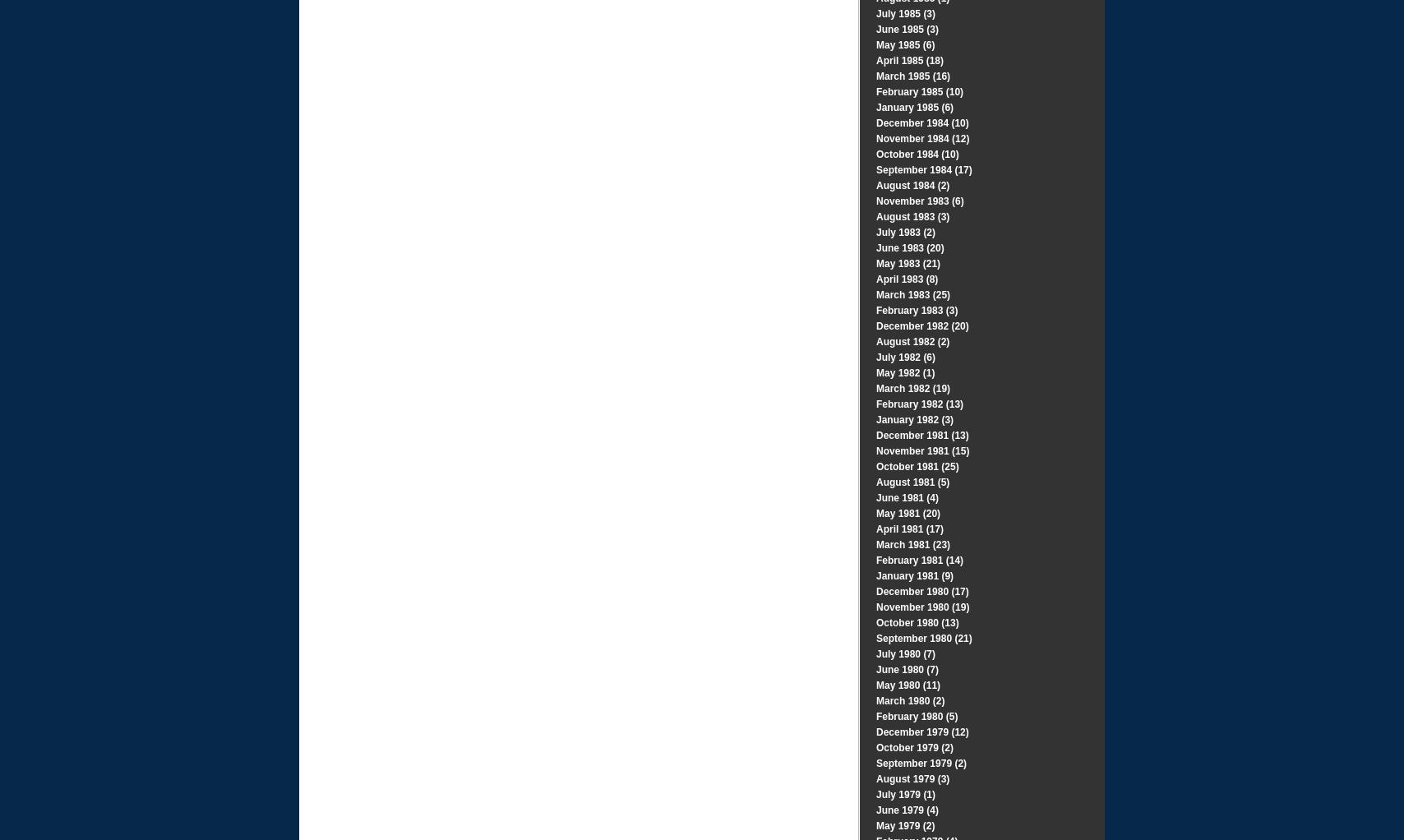 The width and height of the screenshot is (1404, 840). I want to click on 'August 1983 (3)', so click(912, 216).